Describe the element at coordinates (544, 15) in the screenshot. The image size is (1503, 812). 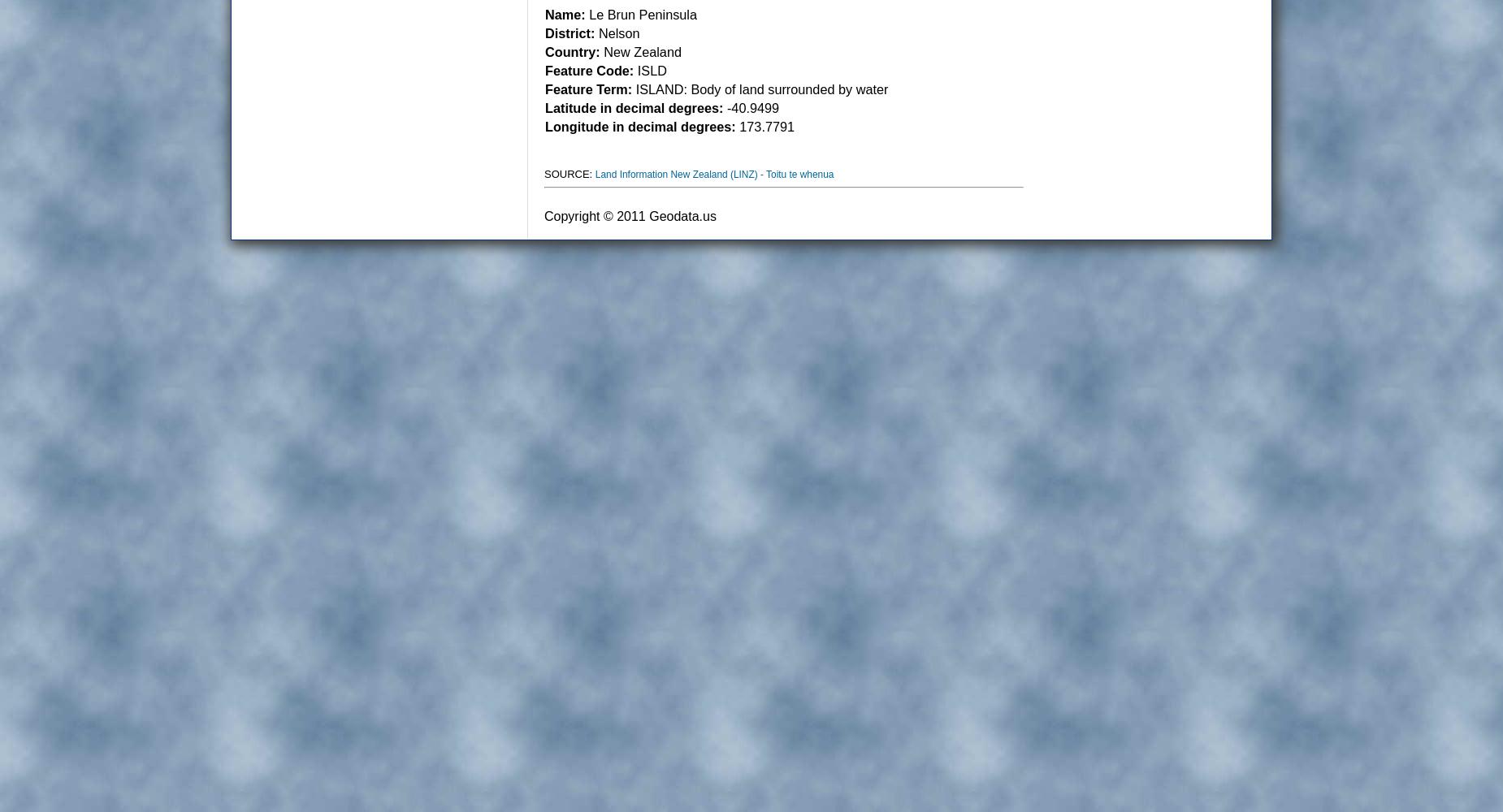
I see `'Name:'` at that location.